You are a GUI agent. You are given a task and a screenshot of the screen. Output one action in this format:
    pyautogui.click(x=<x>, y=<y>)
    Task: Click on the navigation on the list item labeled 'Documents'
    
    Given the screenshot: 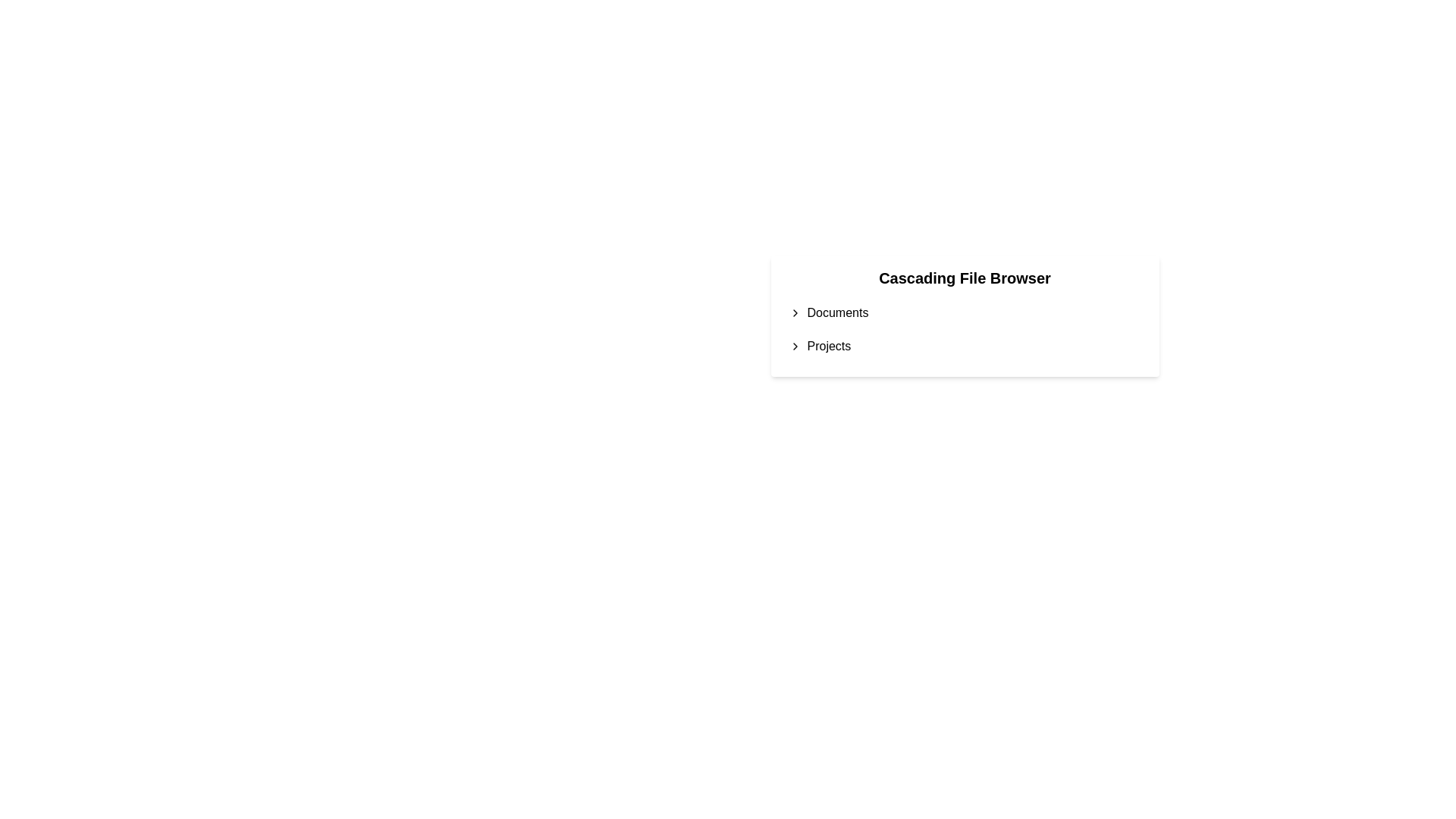 What is the action you would take?
    pyautogui.click(x=964, y=312)
    